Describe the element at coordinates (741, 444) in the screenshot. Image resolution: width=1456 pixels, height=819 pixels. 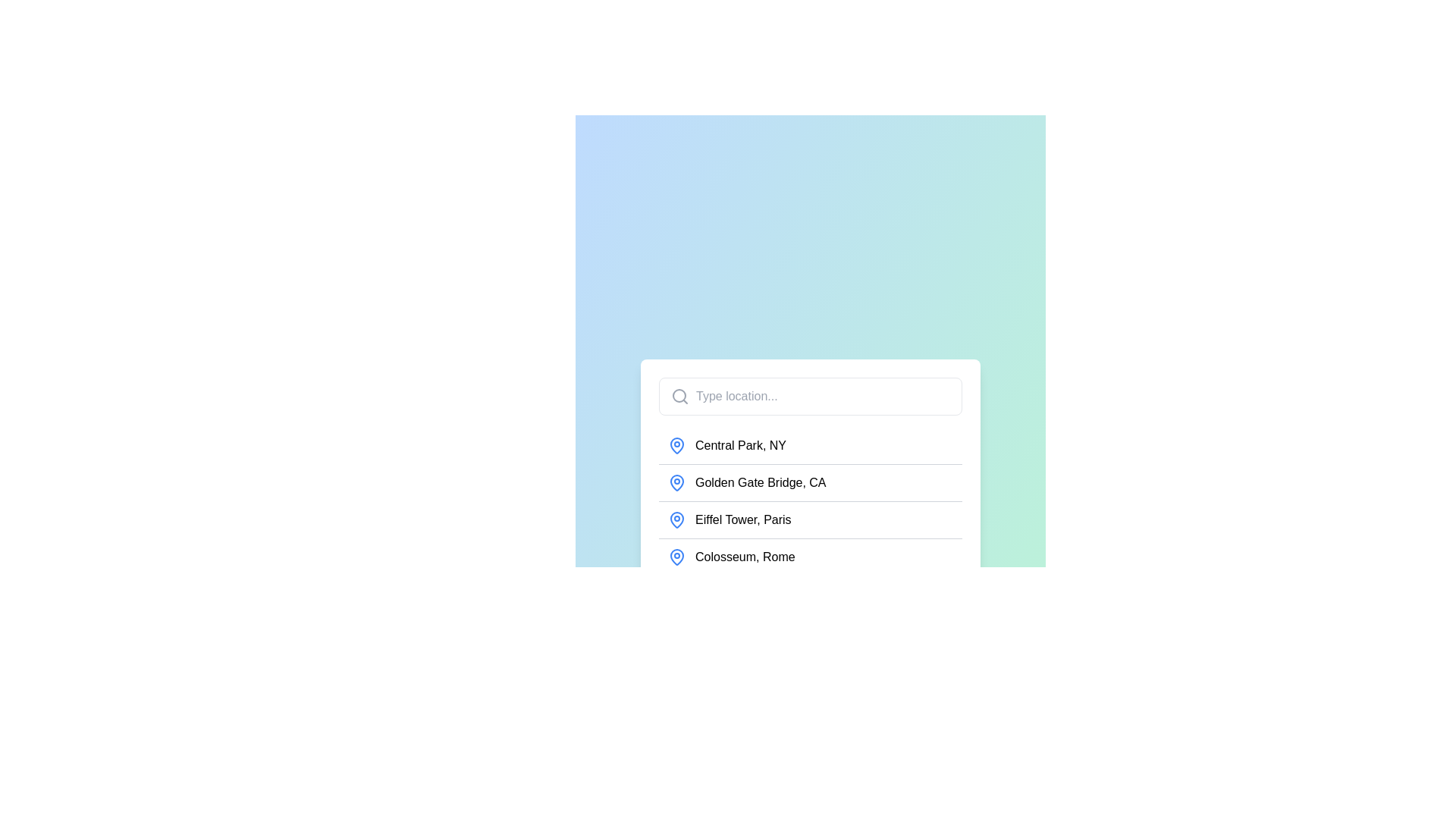
I see `the text label 'Central Park, NY'` at that location.